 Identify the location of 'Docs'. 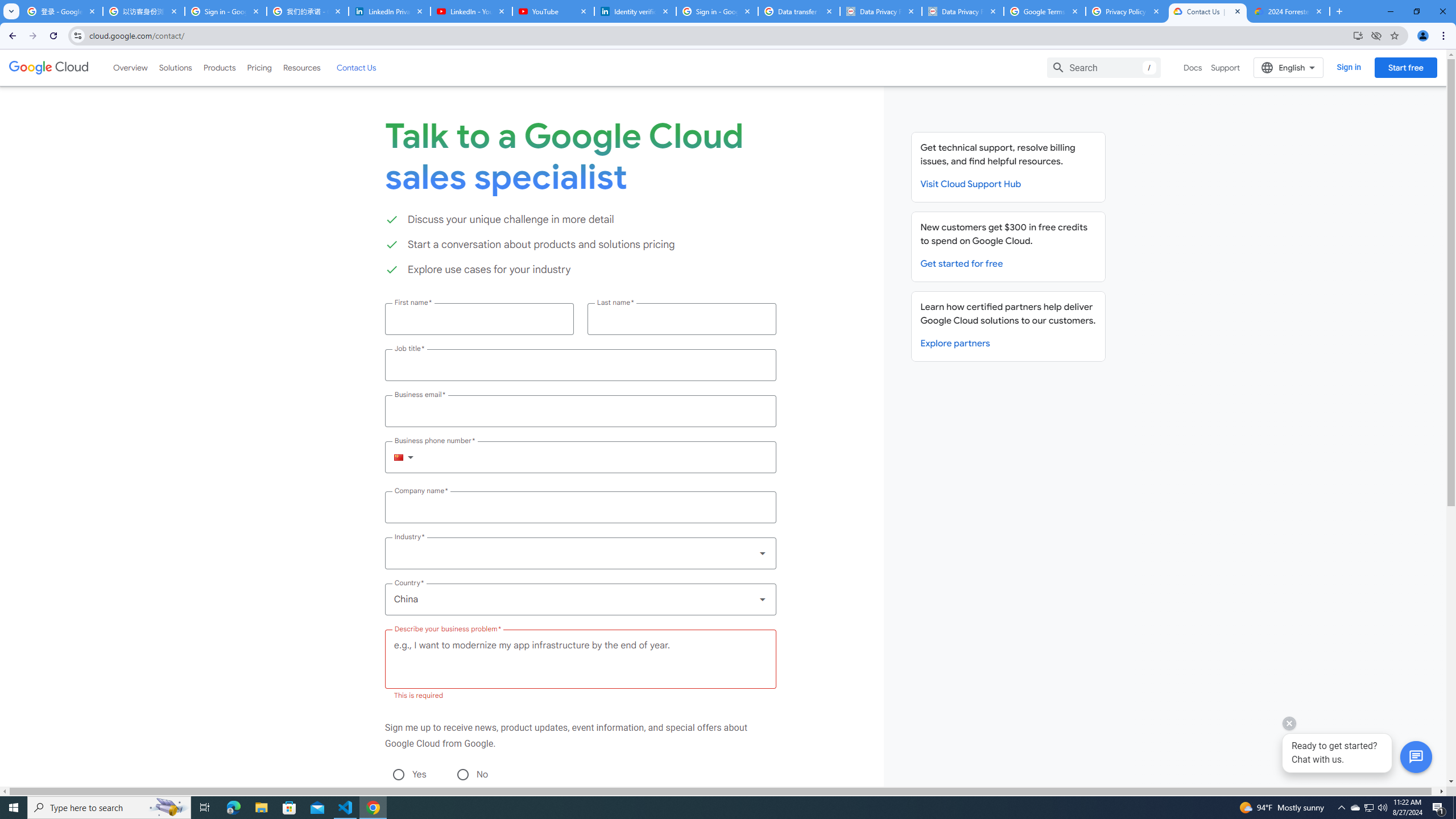
(1192, 67).